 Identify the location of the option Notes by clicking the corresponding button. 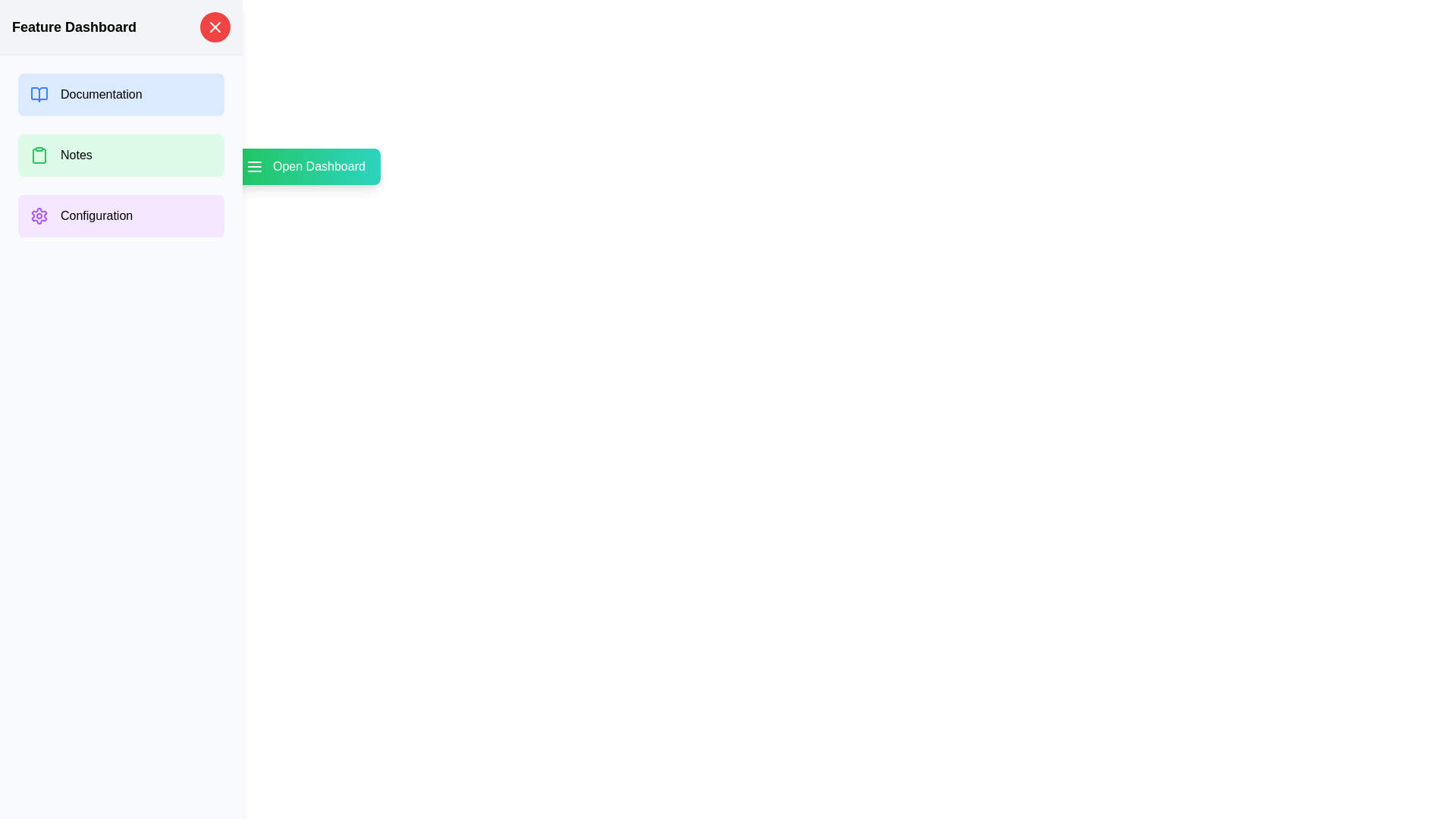
(120, 155).